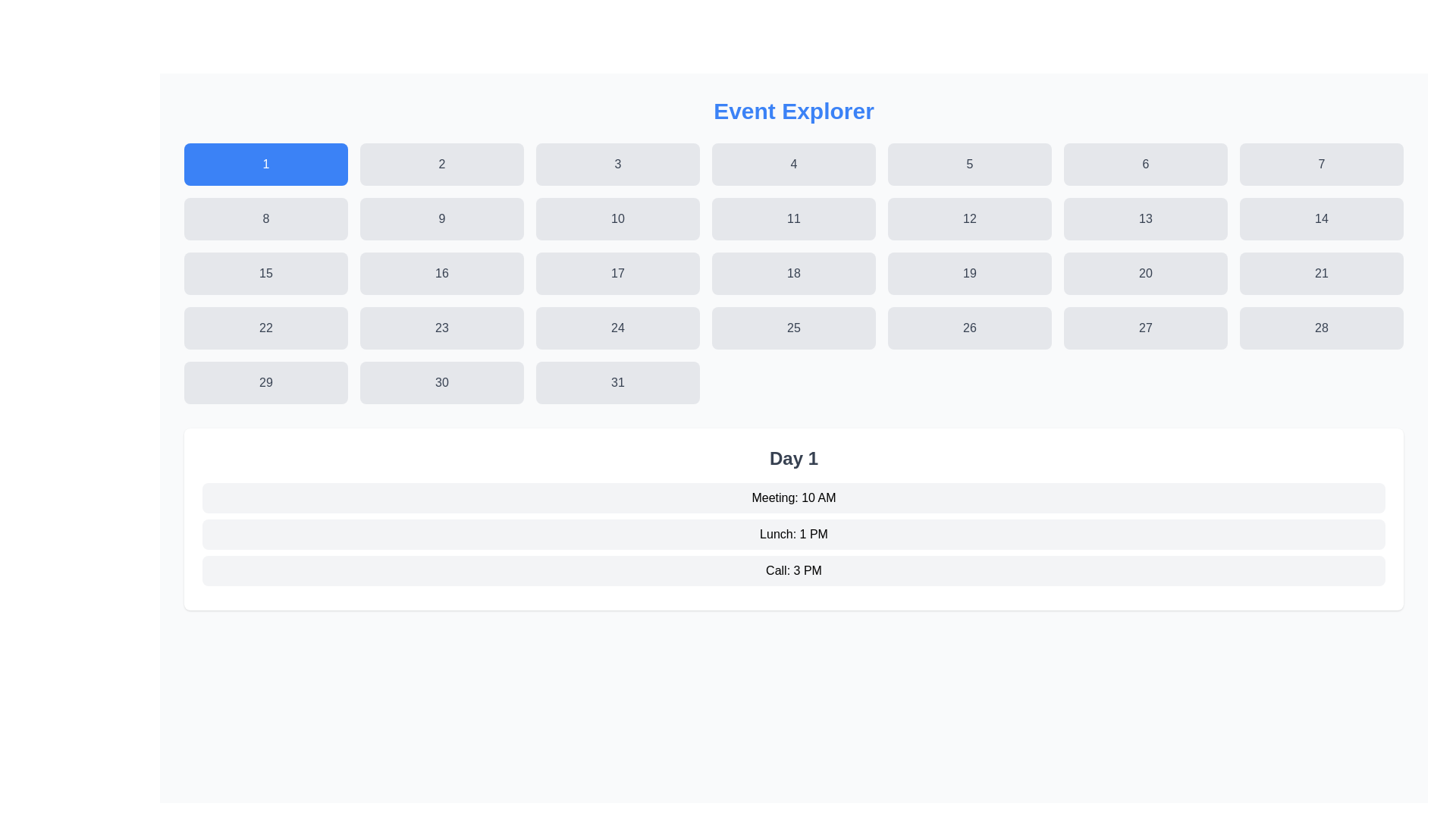 Image resolution: width=1456 pixels, height=819 pixels. What do you see at coordinates (441, 164) in the screenshot?
I see `the button displaying the number '2' in a grid layout, which is adjacent to '1' on the left and '3' on the right, to show options` at bounding box center [441, 164].